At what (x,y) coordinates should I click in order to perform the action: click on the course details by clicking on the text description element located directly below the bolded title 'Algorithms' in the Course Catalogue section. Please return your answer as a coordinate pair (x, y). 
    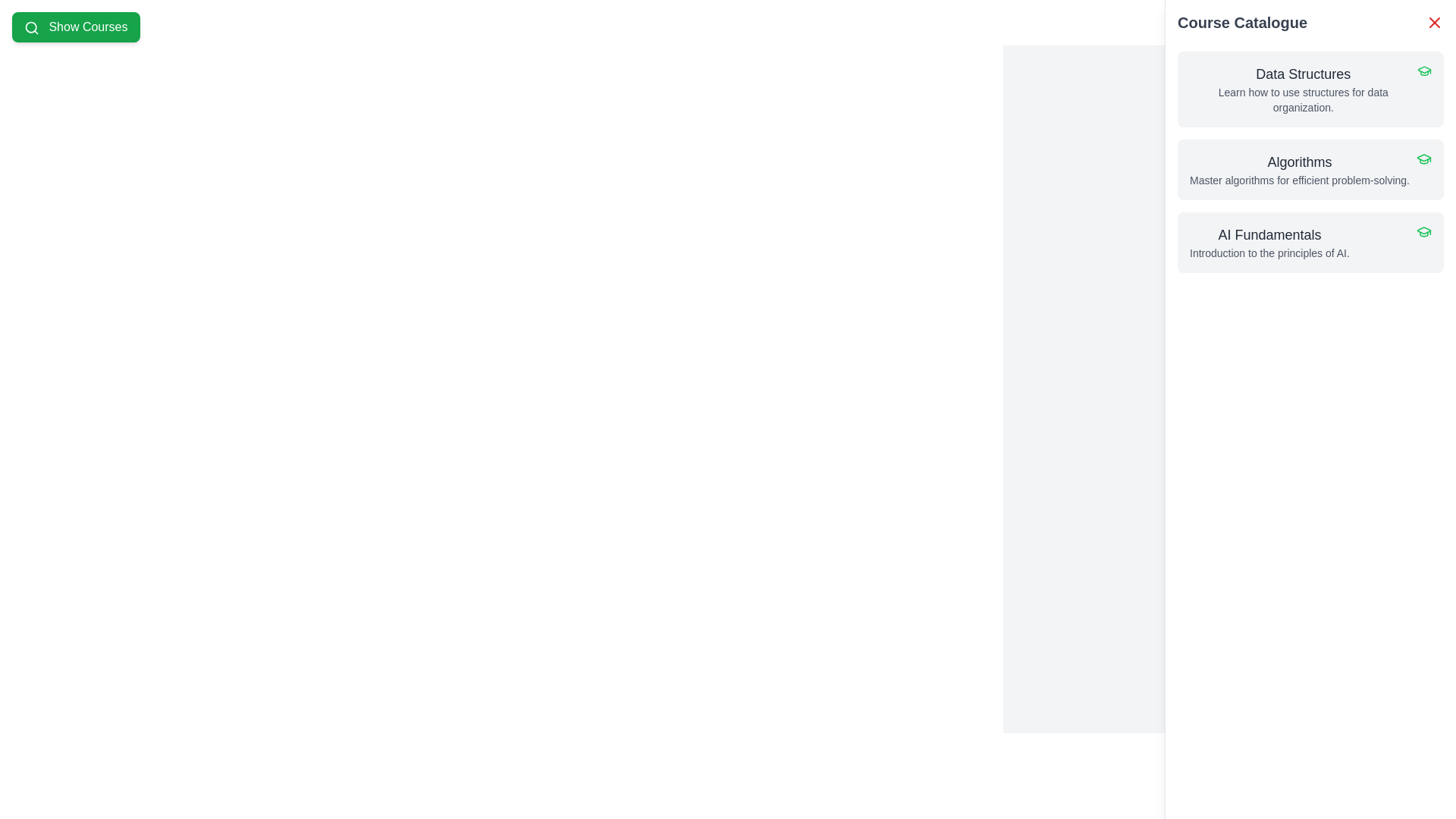
    Looking at the image, I should click on (1298, 180).